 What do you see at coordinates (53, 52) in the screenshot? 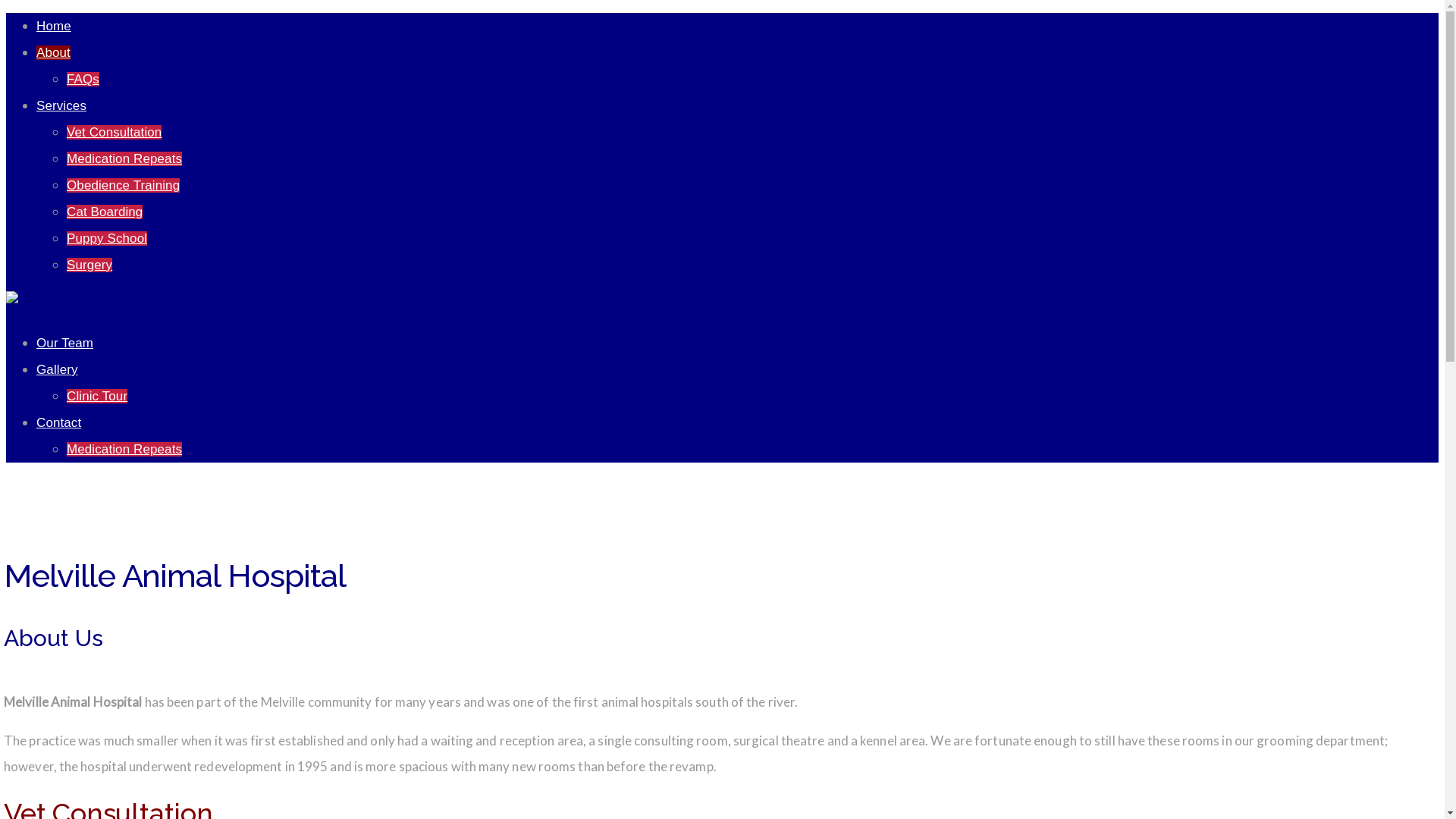
I see `'About'` at bounding box center [53, 52].